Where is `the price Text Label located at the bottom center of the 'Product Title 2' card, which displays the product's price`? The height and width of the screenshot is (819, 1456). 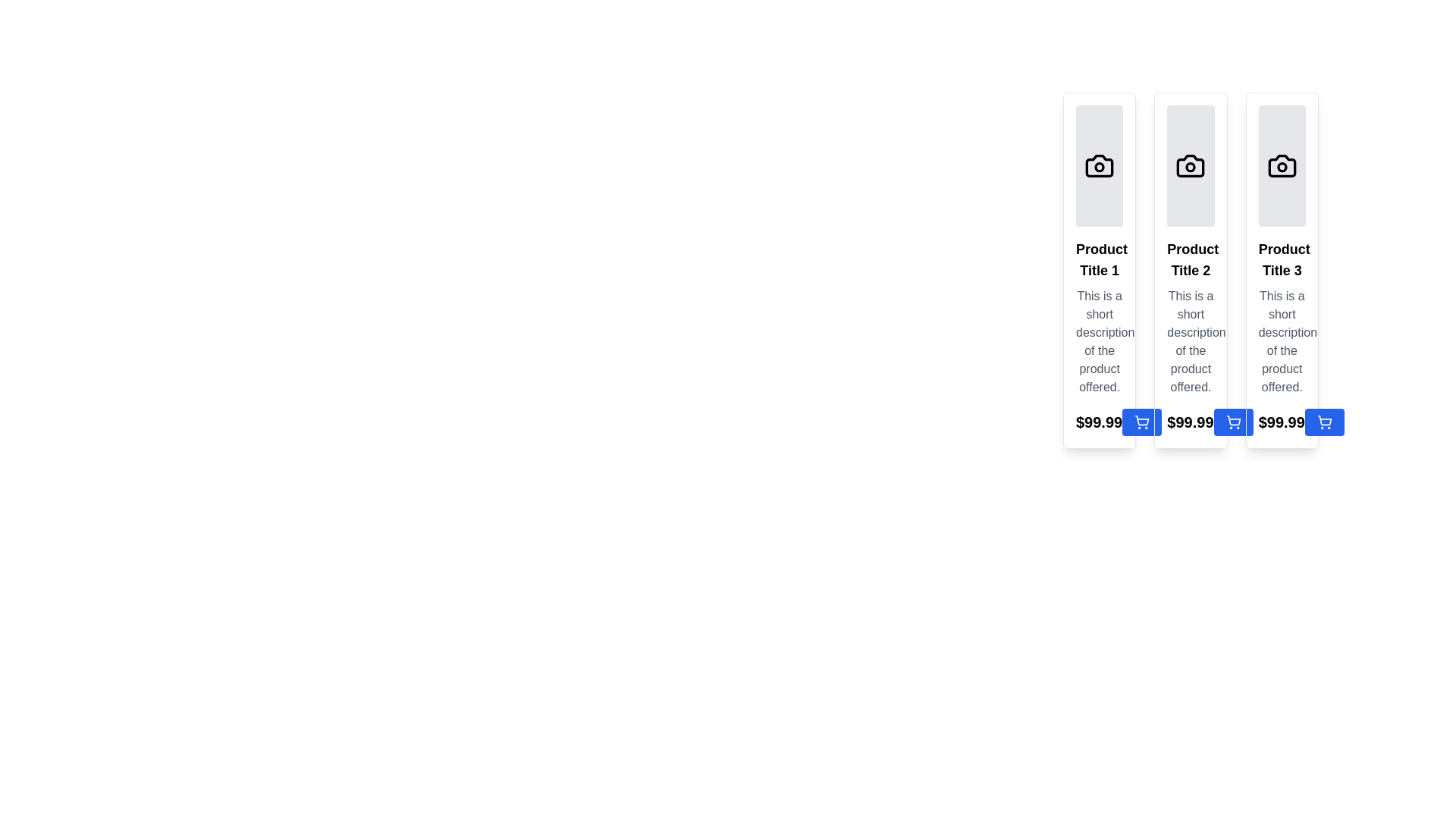 the price Text Label located at the bottom center of the 'Product Title 2' card, which displays the product's price is located at coordinates (1190, 422).